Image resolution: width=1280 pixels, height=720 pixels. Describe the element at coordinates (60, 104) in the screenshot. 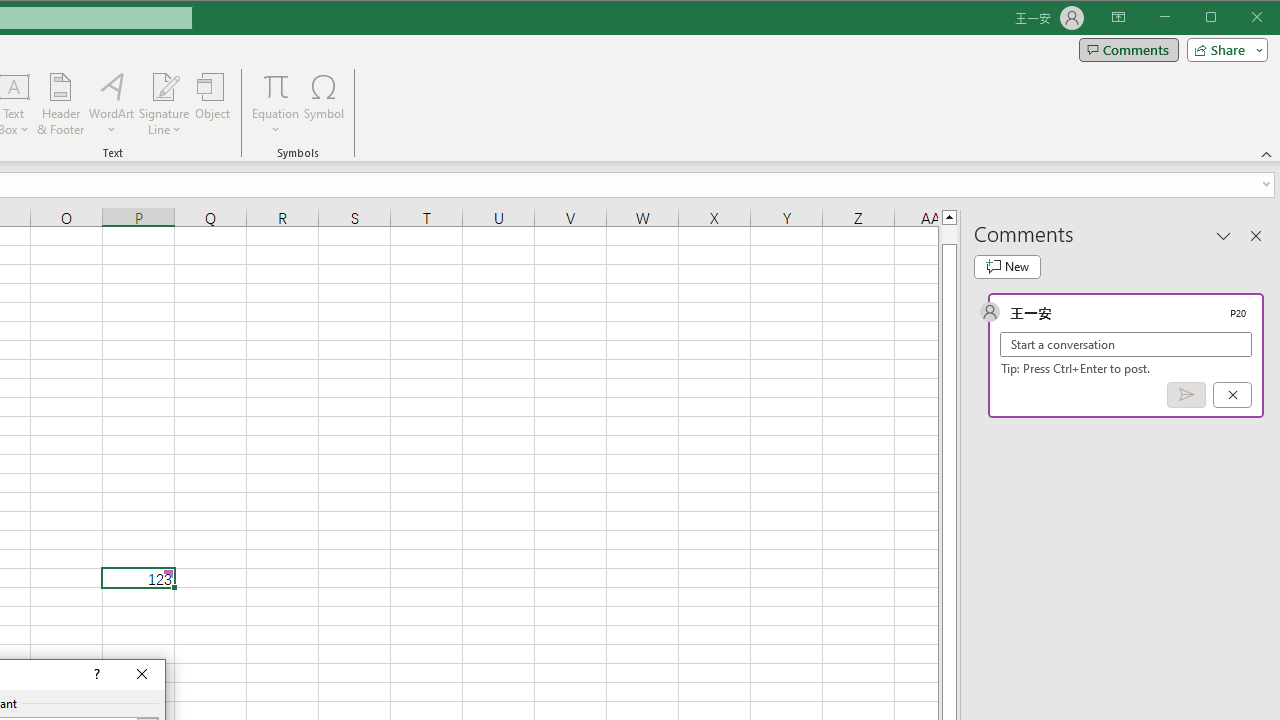

I see `'Header & Footer...'` at that location.